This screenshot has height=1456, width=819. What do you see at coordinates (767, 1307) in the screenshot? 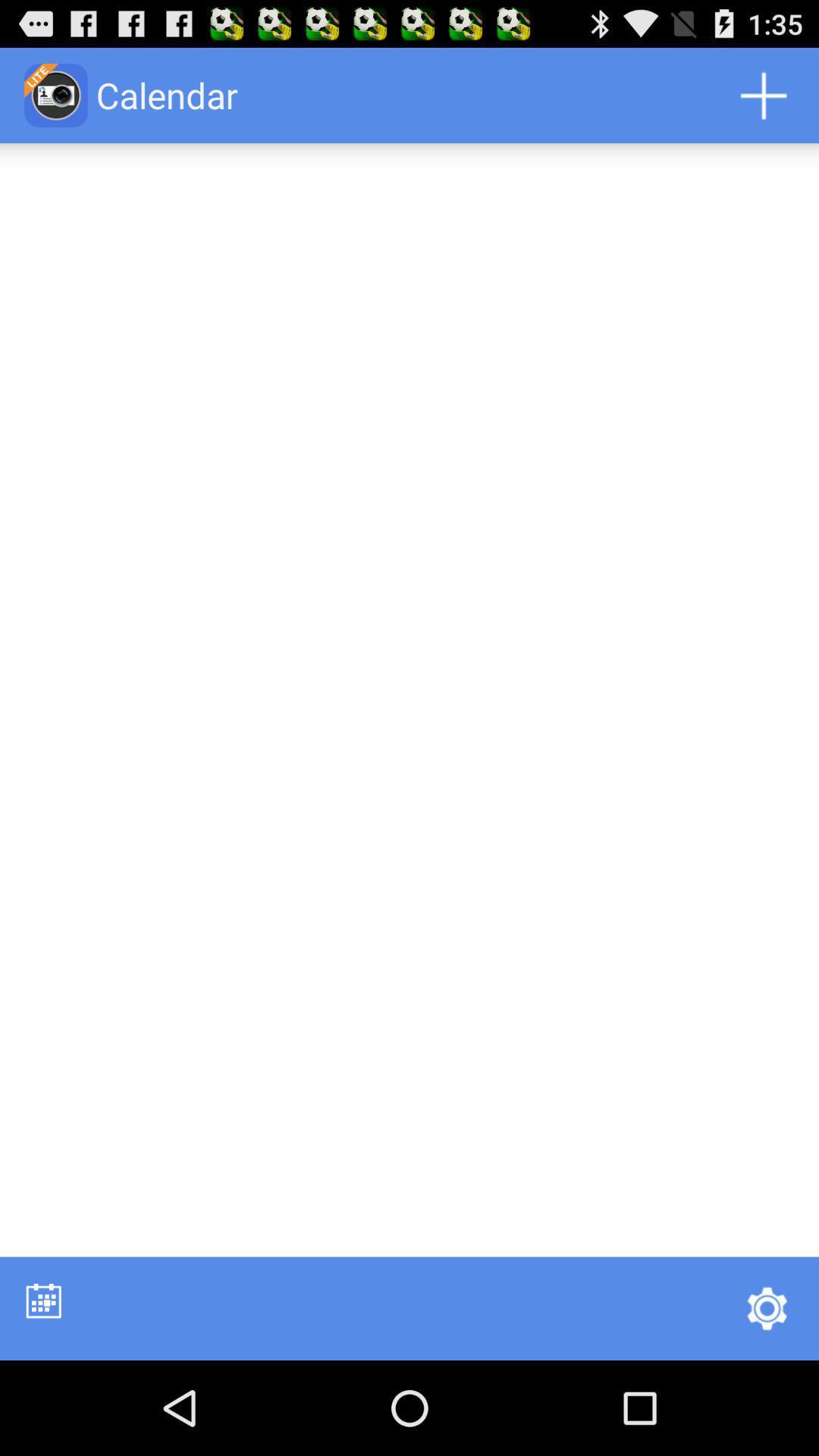
I see `icon at the bottom right corner` at bounding box center [767, 1307].